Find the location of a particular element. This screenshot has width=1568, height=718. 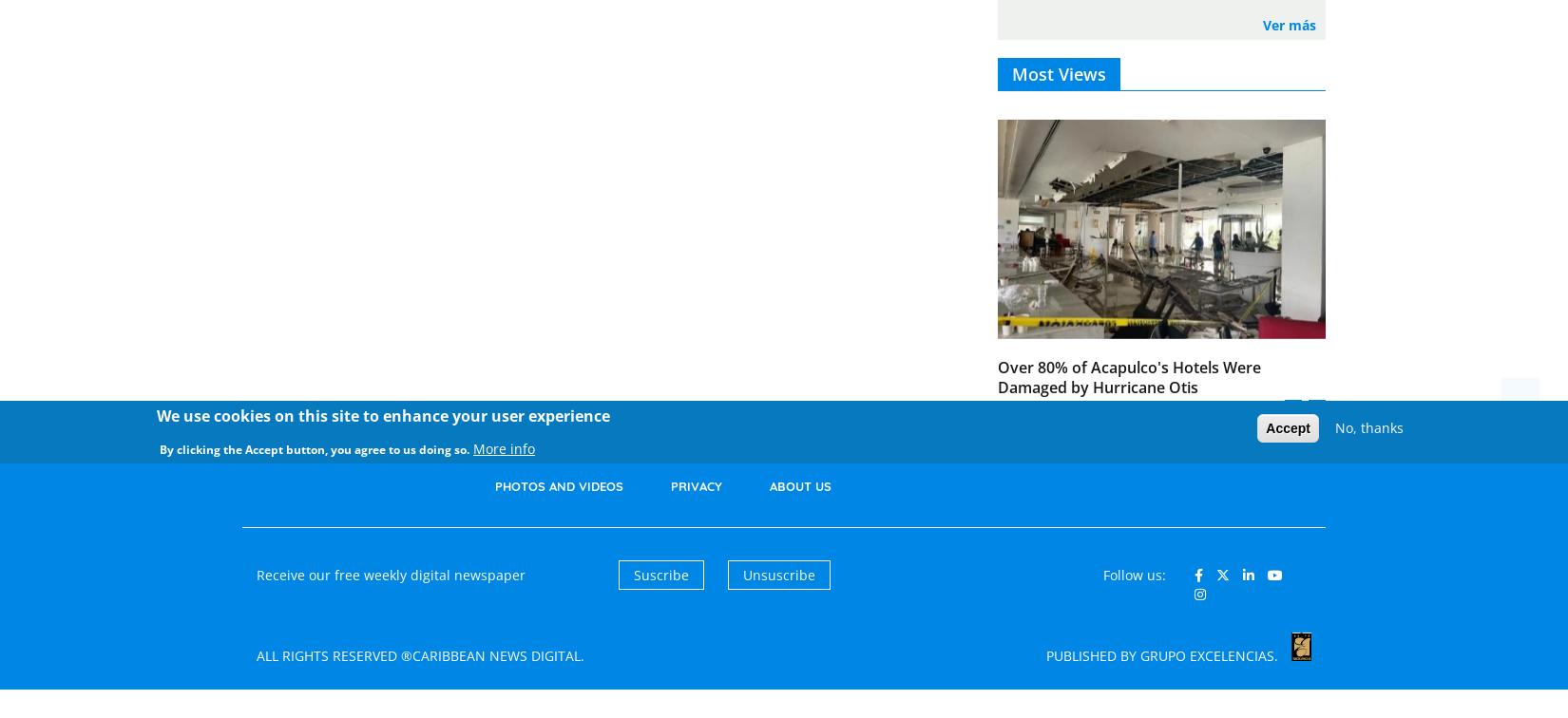

'More info' is located at coordinates (503, 448).